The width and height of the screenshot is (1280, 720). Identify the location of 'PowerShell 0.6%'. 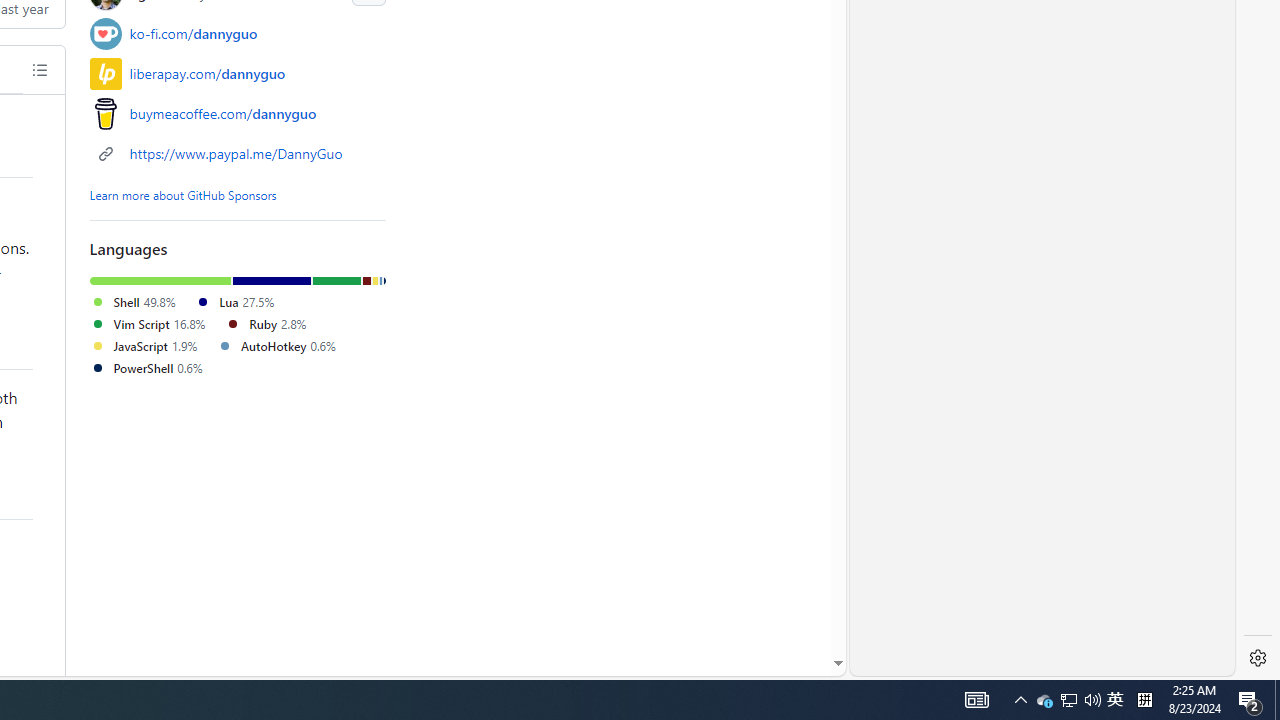
(145, 367).